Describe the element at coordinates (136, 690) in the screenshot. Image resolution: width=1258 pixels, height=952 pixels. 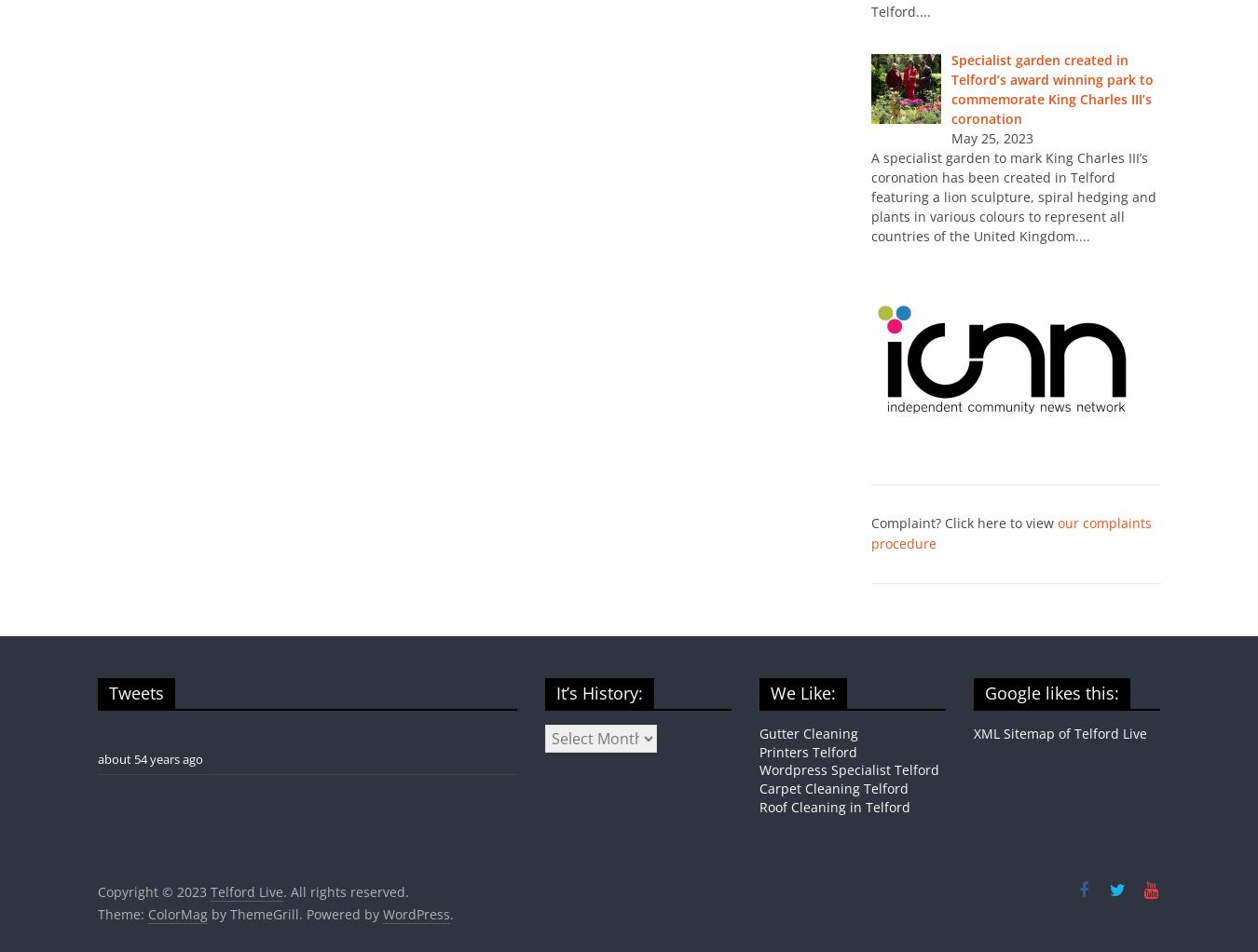
I see `'Tweets'` at that location.